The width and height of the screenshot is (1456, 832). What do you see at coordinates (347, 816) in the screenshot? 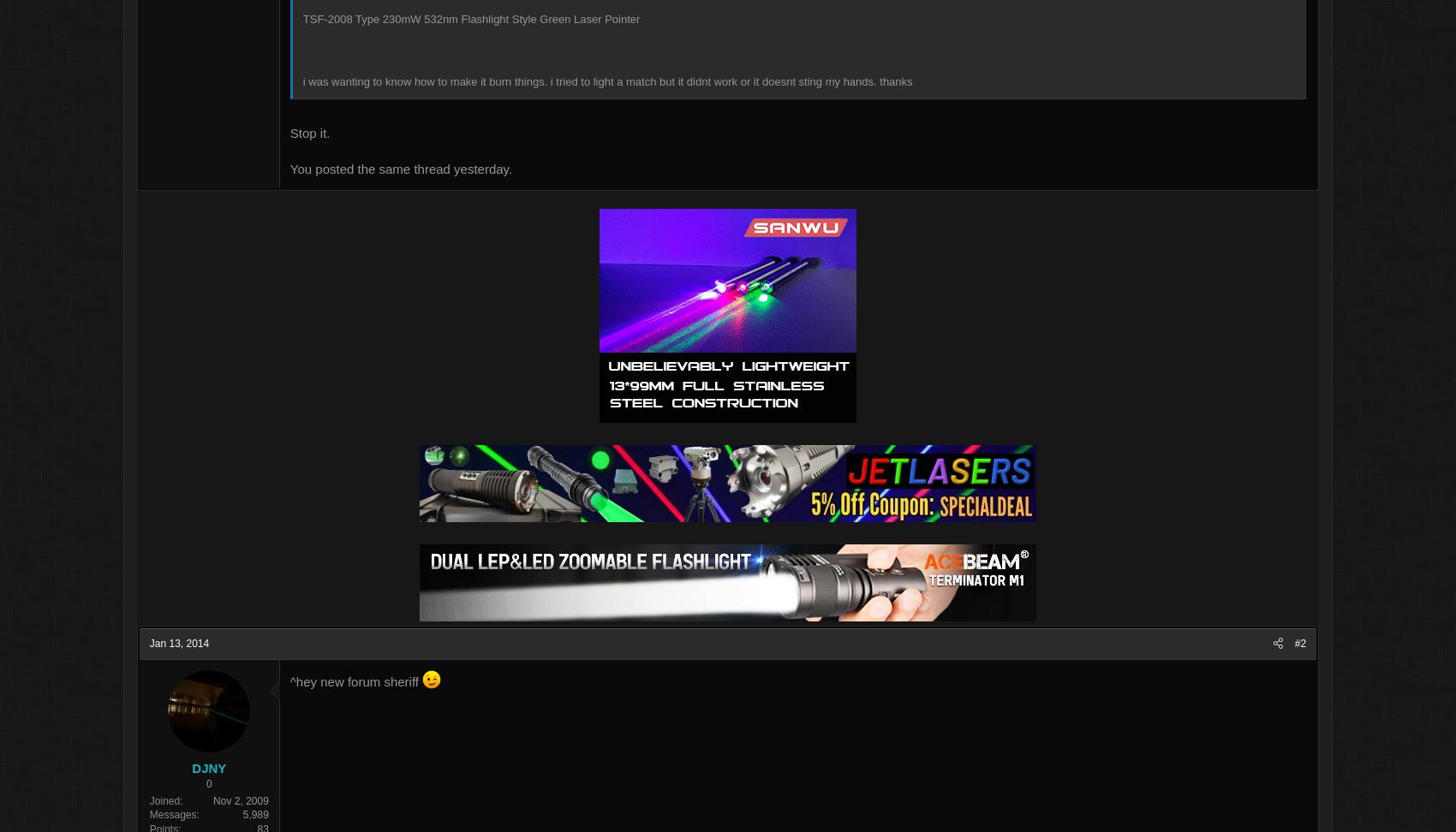
I see `'5,989'` at bounding box center [347, 816].